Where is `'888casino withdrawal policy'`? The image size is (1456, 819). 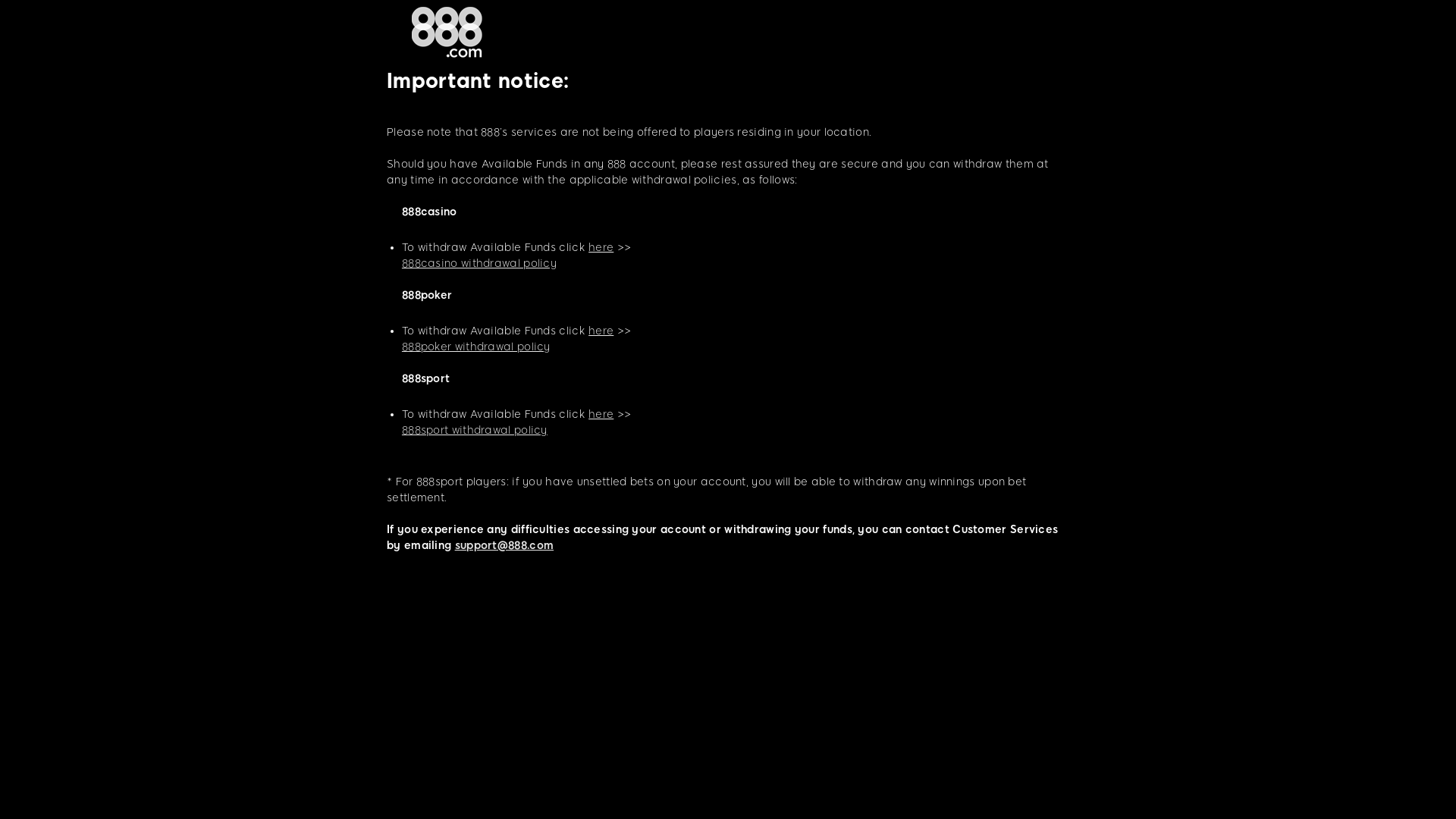 '888casino withdrawal policy' is located at coordinates (401, 262).